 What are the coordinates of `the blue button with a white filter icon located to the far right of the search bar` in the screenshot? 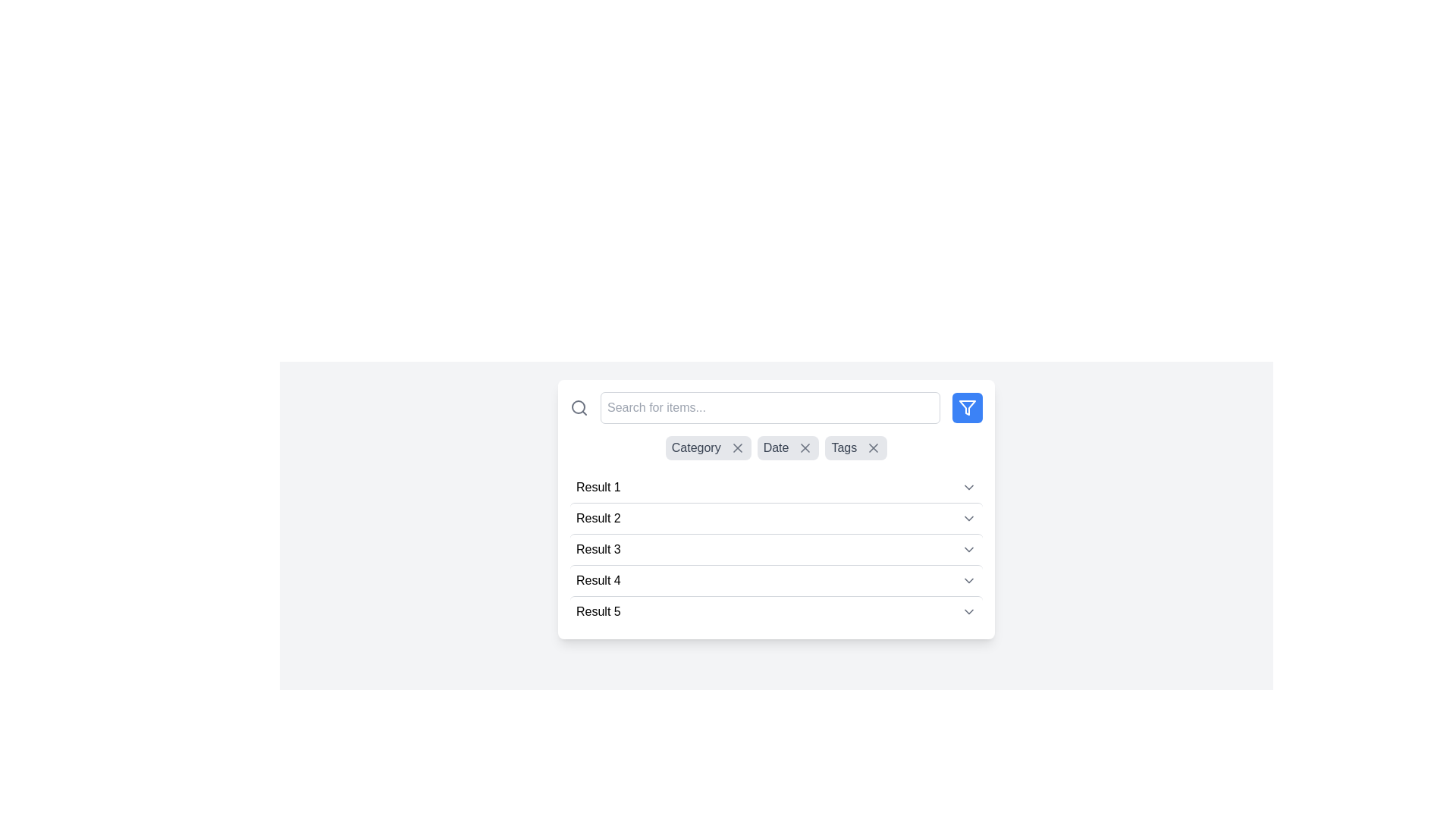 It's located at (967, 406).